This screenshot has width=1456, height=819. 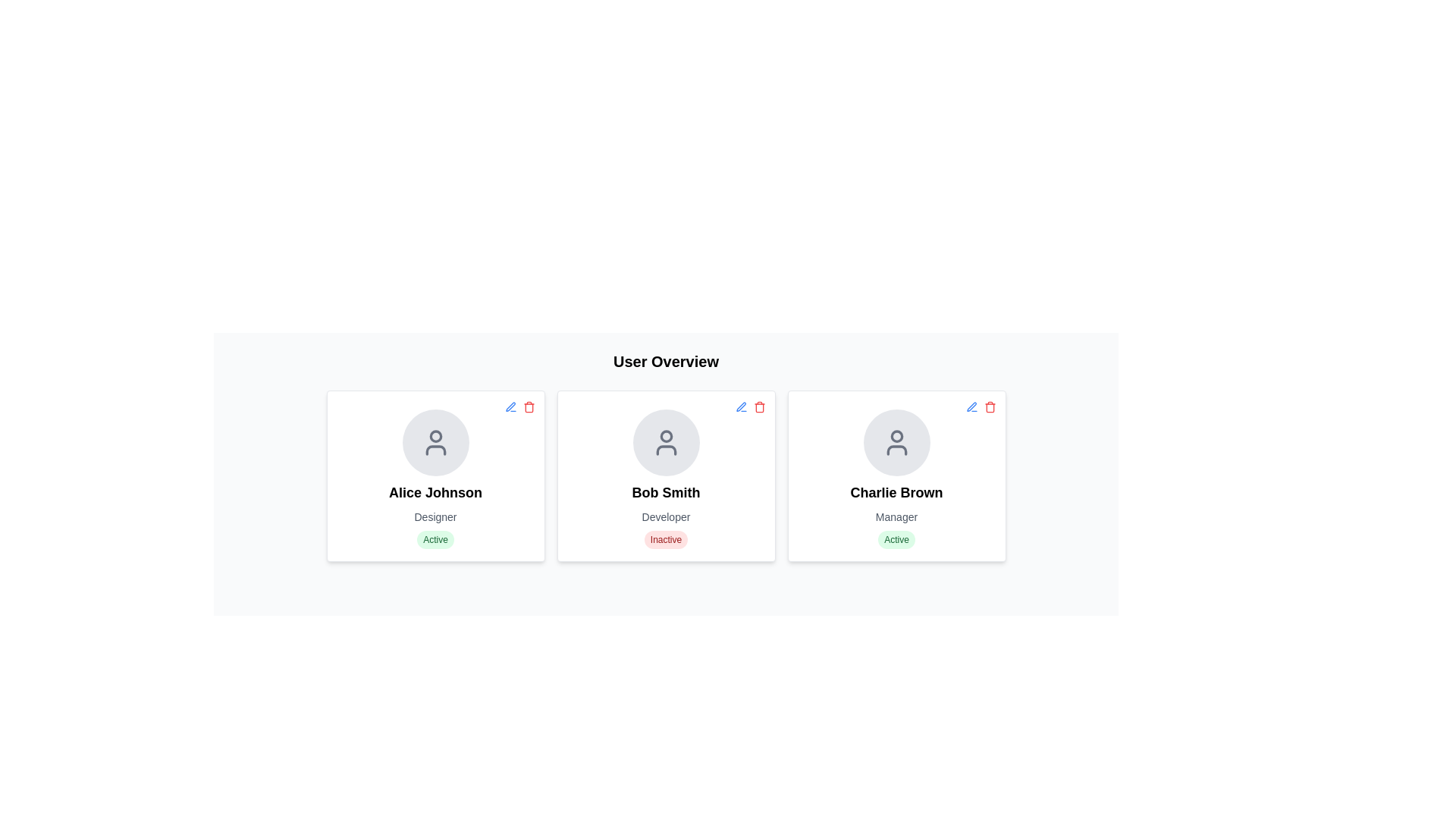 What do you see at coordinates (519, 409) in the screenshot?
I see `the edit icon in the top-right corner of the card belonging to user Alice Johnson to initiate editing` at bounding box center [519, 409].